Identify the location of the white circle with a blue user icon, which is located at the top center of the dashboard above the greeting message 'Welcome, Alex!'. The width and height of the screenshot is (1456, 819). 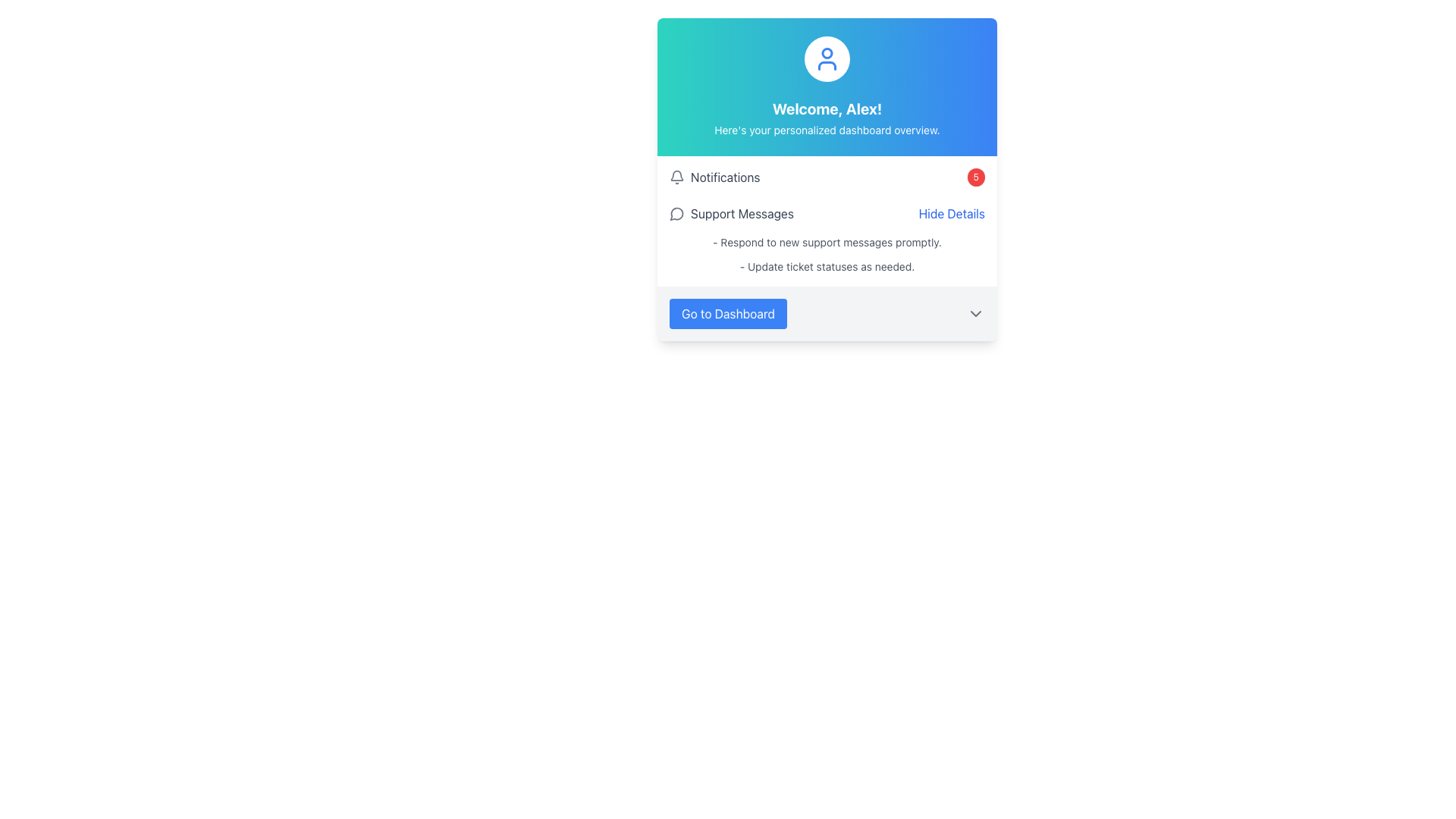
(826, 58).